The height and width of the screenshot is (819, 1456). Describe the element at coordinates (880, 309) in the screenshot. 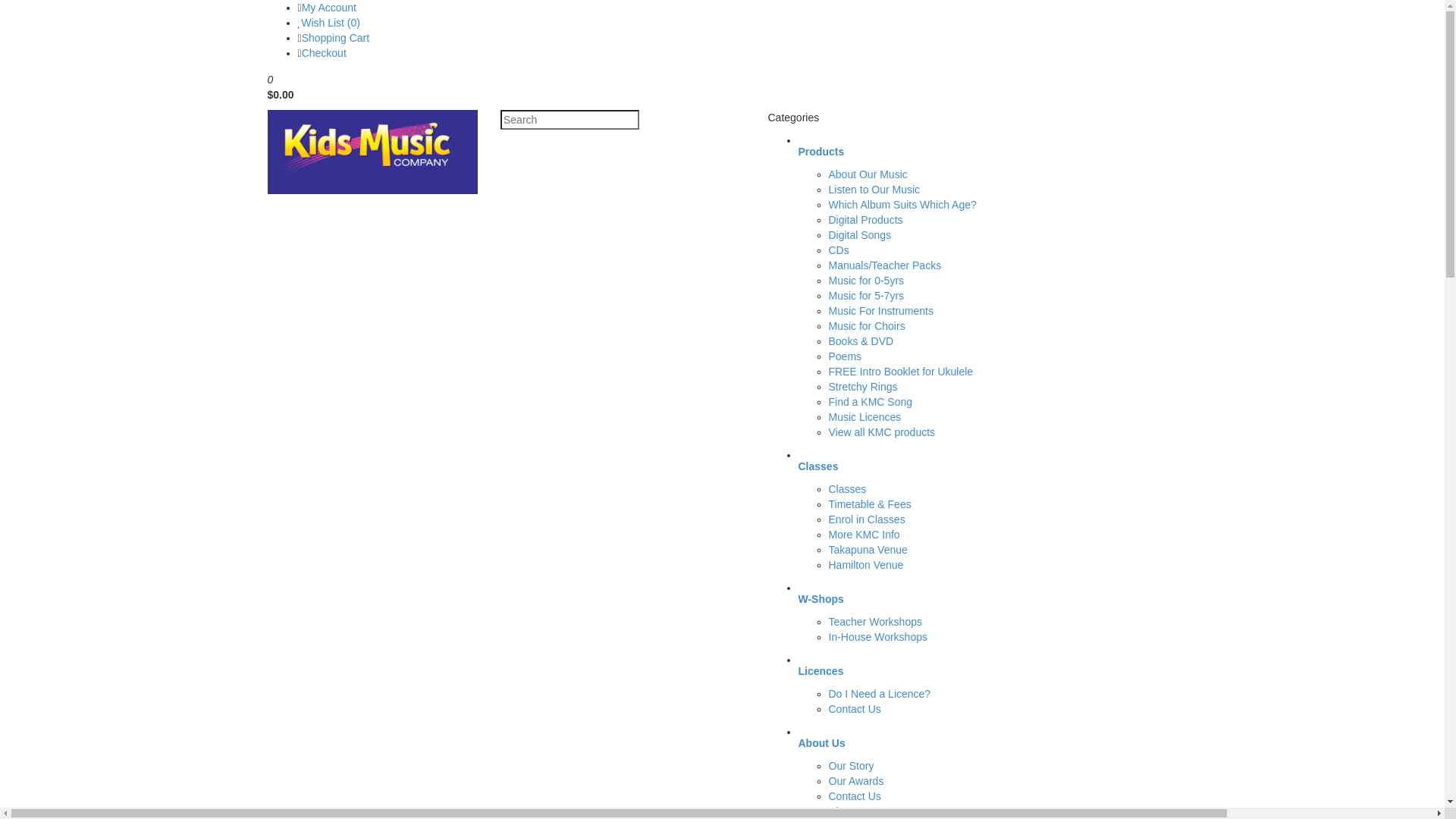

I see `'Music For Instruments'` at that location.